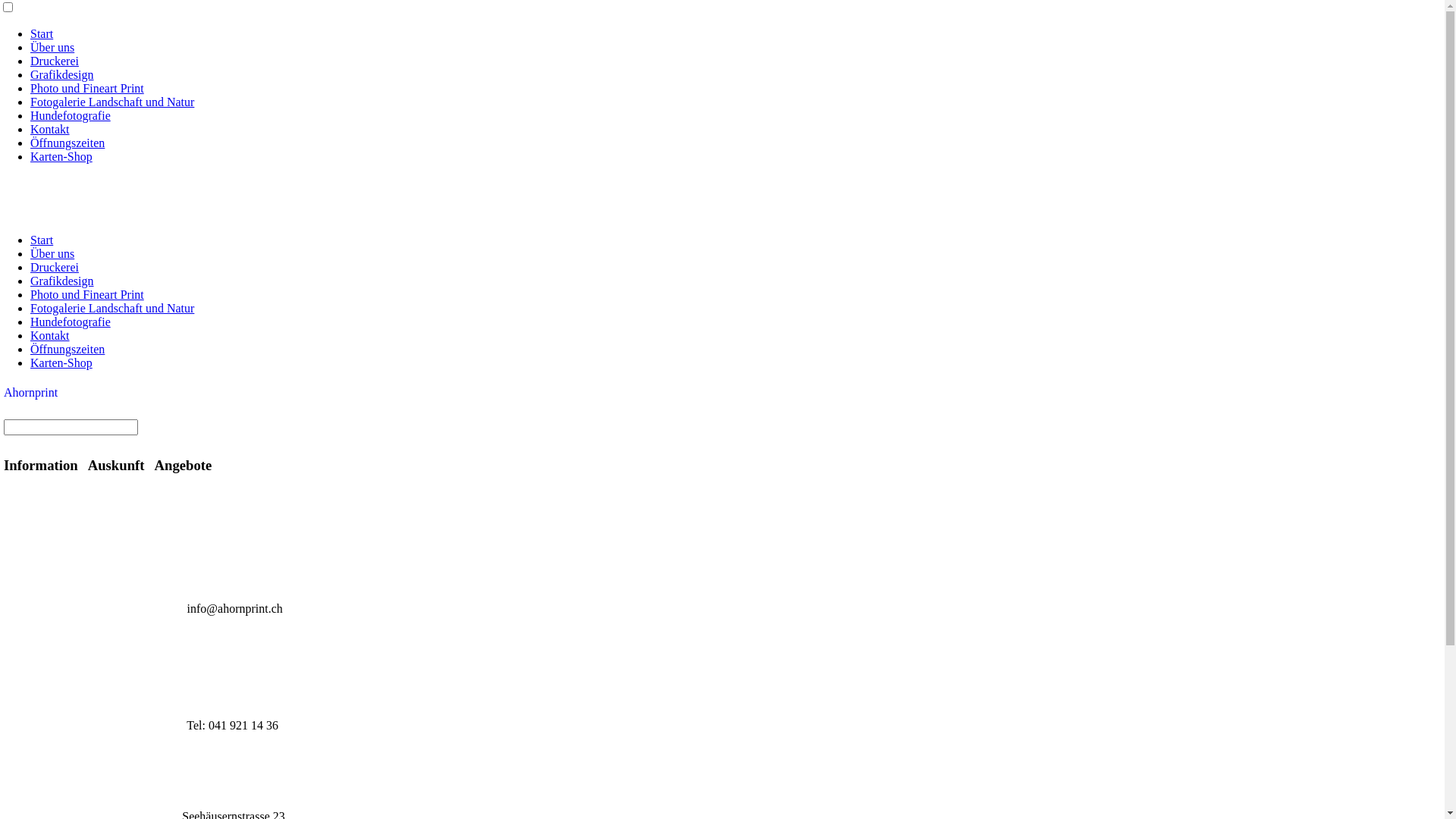 This screenshot has height=819, width=1456. Describe the element at coordinates (55, 266) in the screenshot. I see `'Druckerei'` at that location.